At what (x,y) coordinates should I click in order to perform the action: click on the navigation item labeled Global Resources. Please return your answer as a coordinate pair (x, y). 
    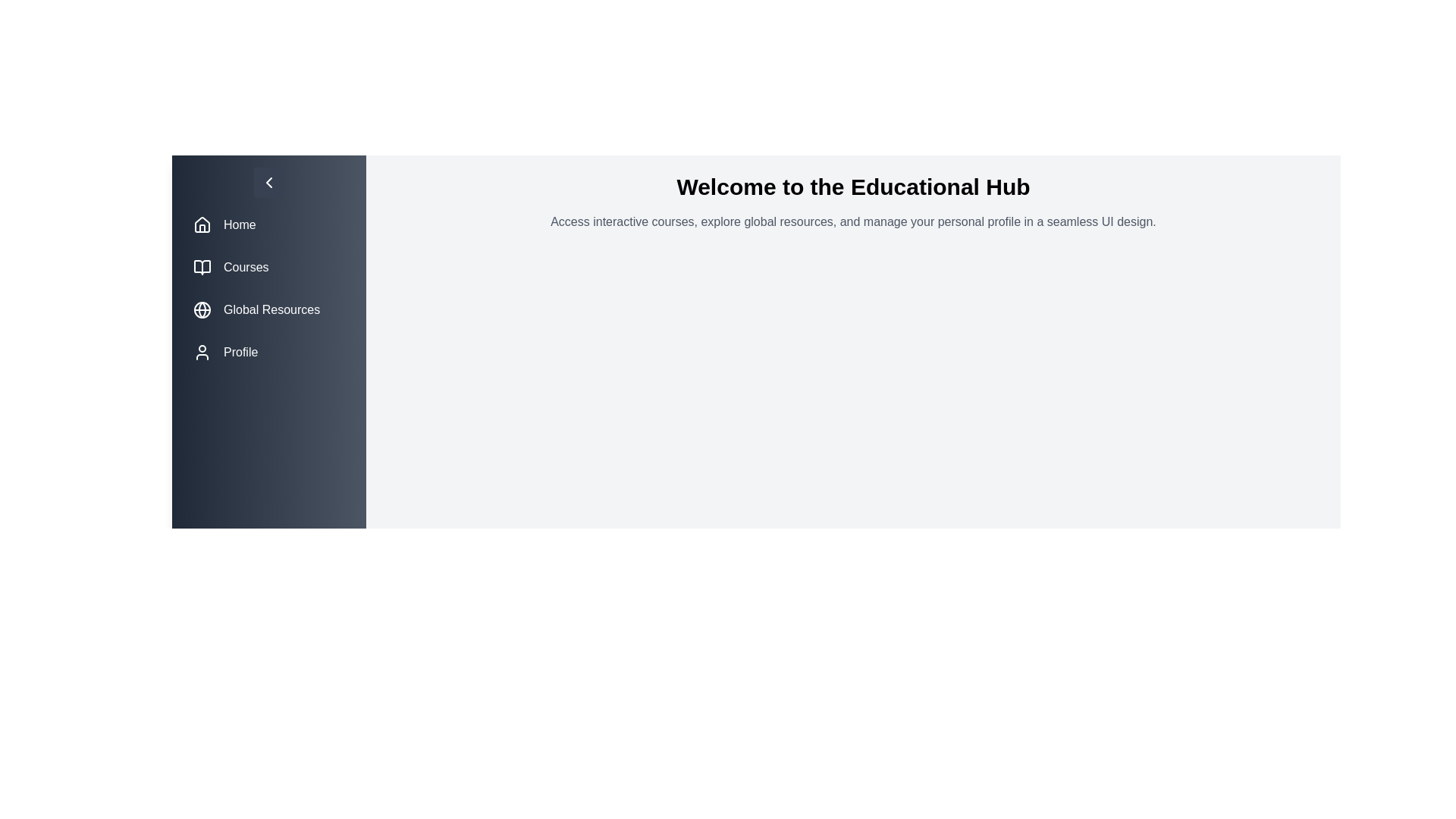
    Looking at the image, I should click on (269, 309).